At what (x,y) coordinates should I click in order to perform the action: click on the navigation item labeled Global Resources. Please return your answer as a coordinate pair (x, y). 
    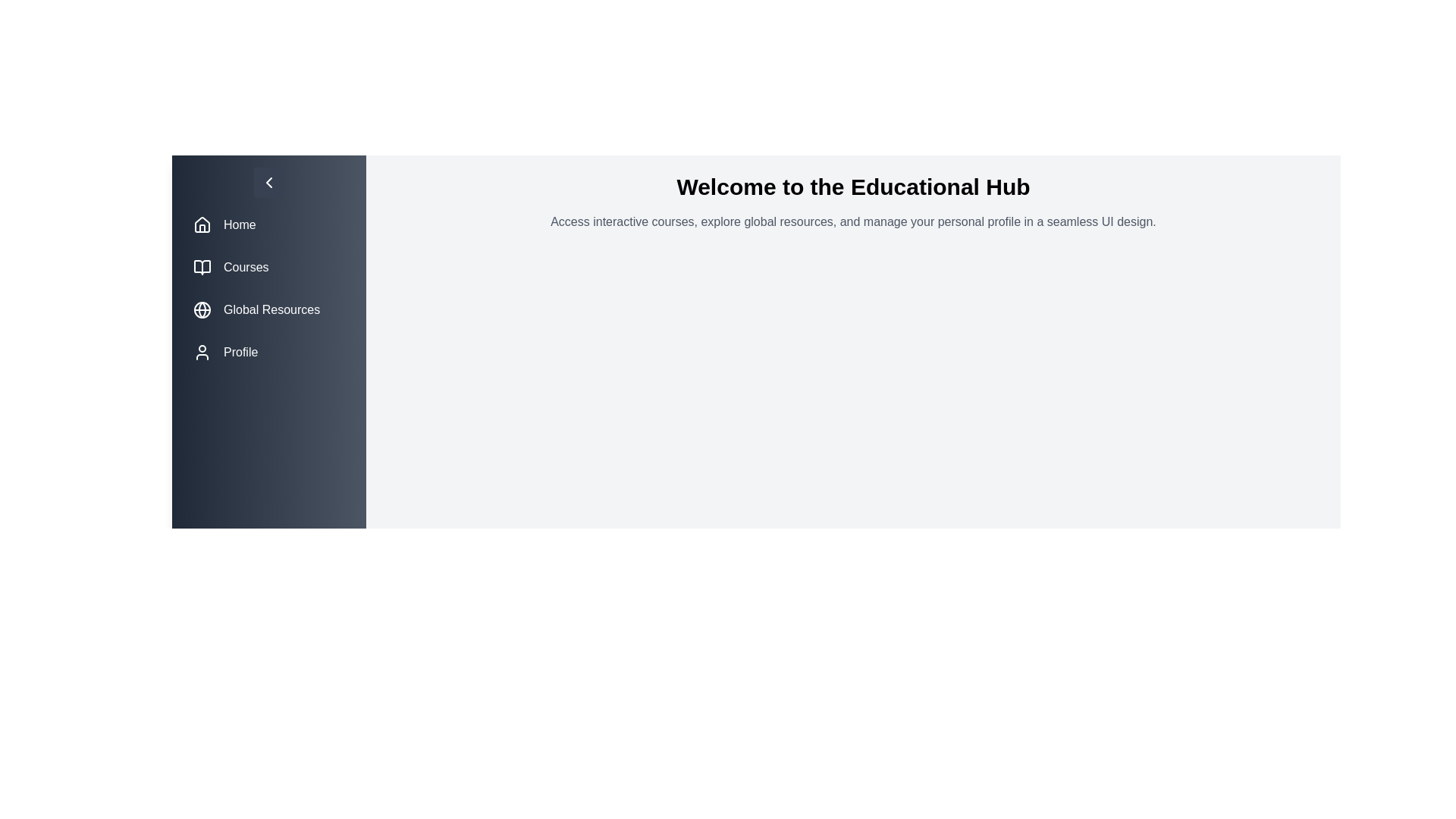
    Looking at the image, I should click on (269, 309).